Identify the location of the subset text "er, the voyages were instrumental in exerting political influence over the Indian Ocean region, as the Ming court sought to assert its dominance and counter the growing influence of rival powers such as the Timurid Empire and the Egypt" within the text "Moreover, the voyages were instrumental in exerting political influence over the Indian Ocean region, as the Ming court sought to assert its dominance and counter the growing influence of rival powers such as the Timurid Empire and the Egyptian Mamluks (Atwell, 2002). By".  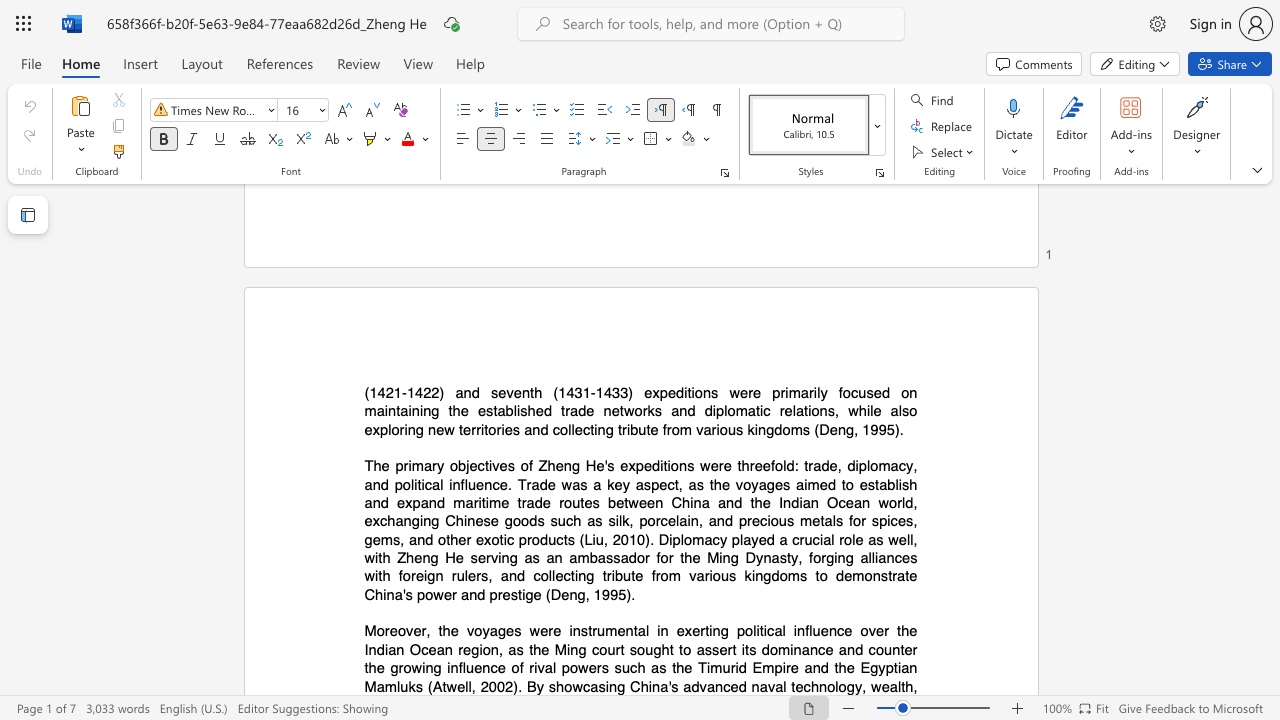
(412, 631).